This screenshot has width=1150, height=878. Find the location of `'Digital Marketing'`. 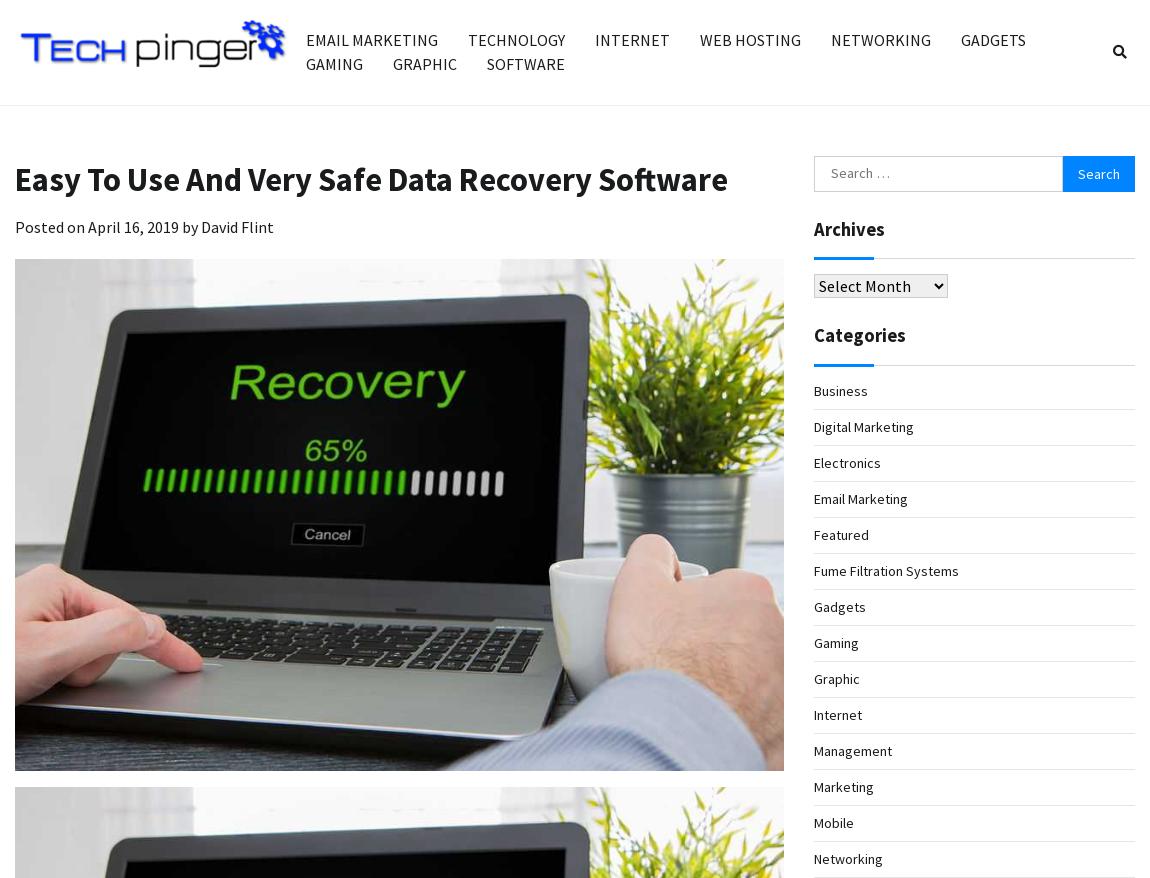

'Digital Marketing' is located at coordinates (812, 426).